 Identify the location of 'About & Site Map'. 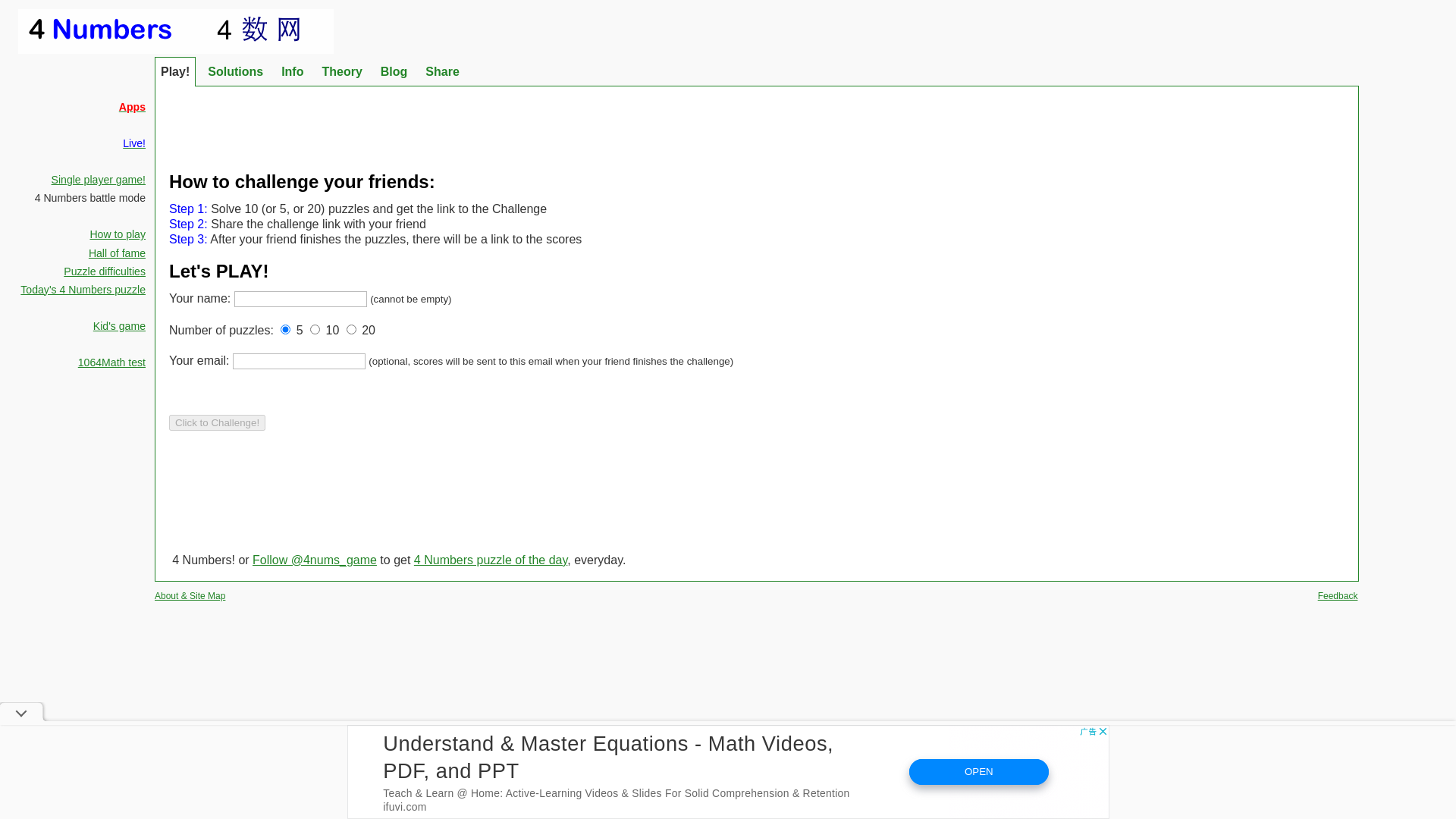
(189, 595).